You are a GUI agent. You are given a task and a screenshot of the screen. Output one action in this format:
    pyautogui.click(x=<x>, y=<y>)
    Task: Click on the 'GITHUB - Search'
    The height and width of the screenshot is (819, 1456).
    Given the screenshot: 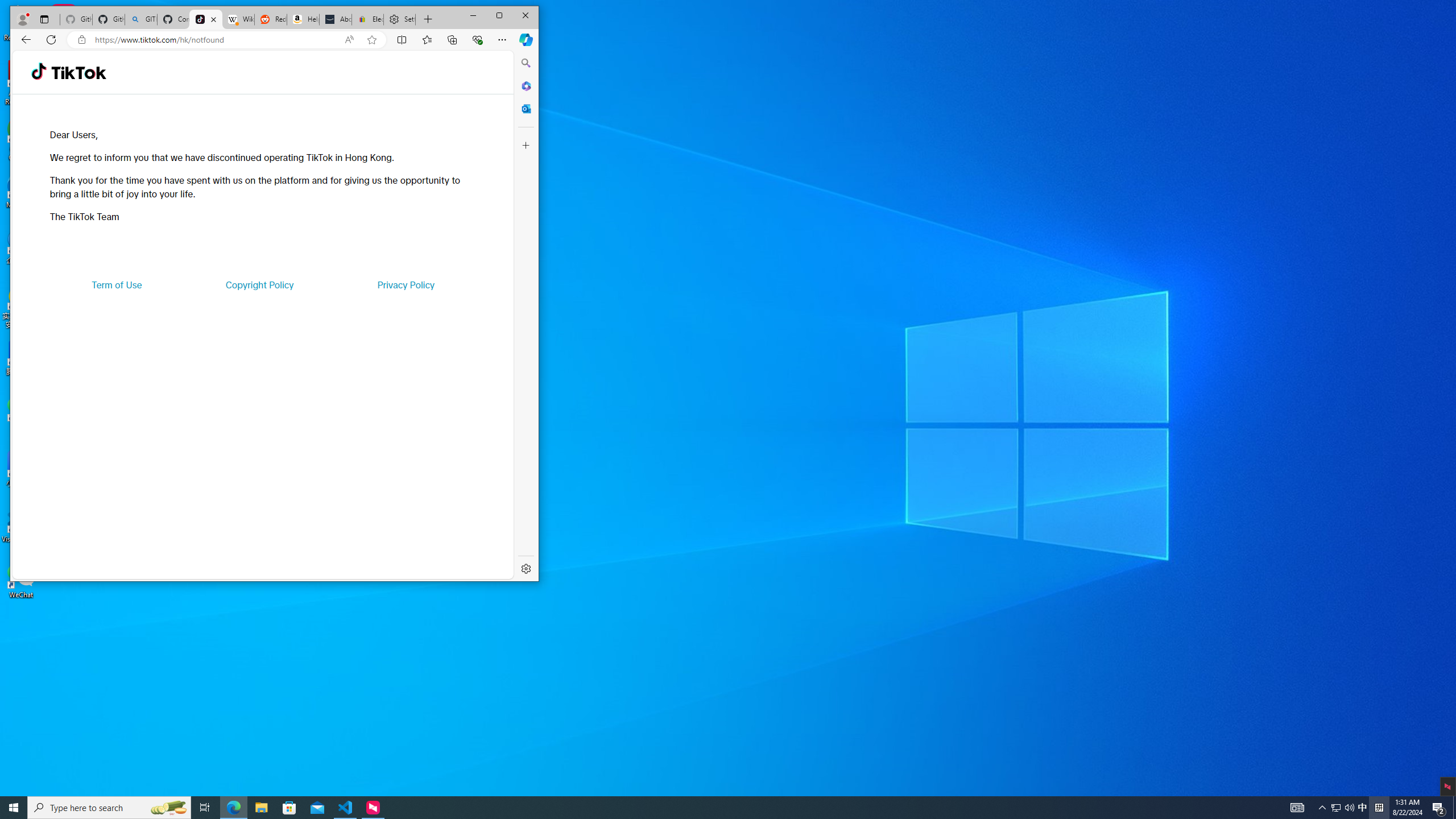 What is the action you would take?
    pyautogui.click(x=140, y=19)
    